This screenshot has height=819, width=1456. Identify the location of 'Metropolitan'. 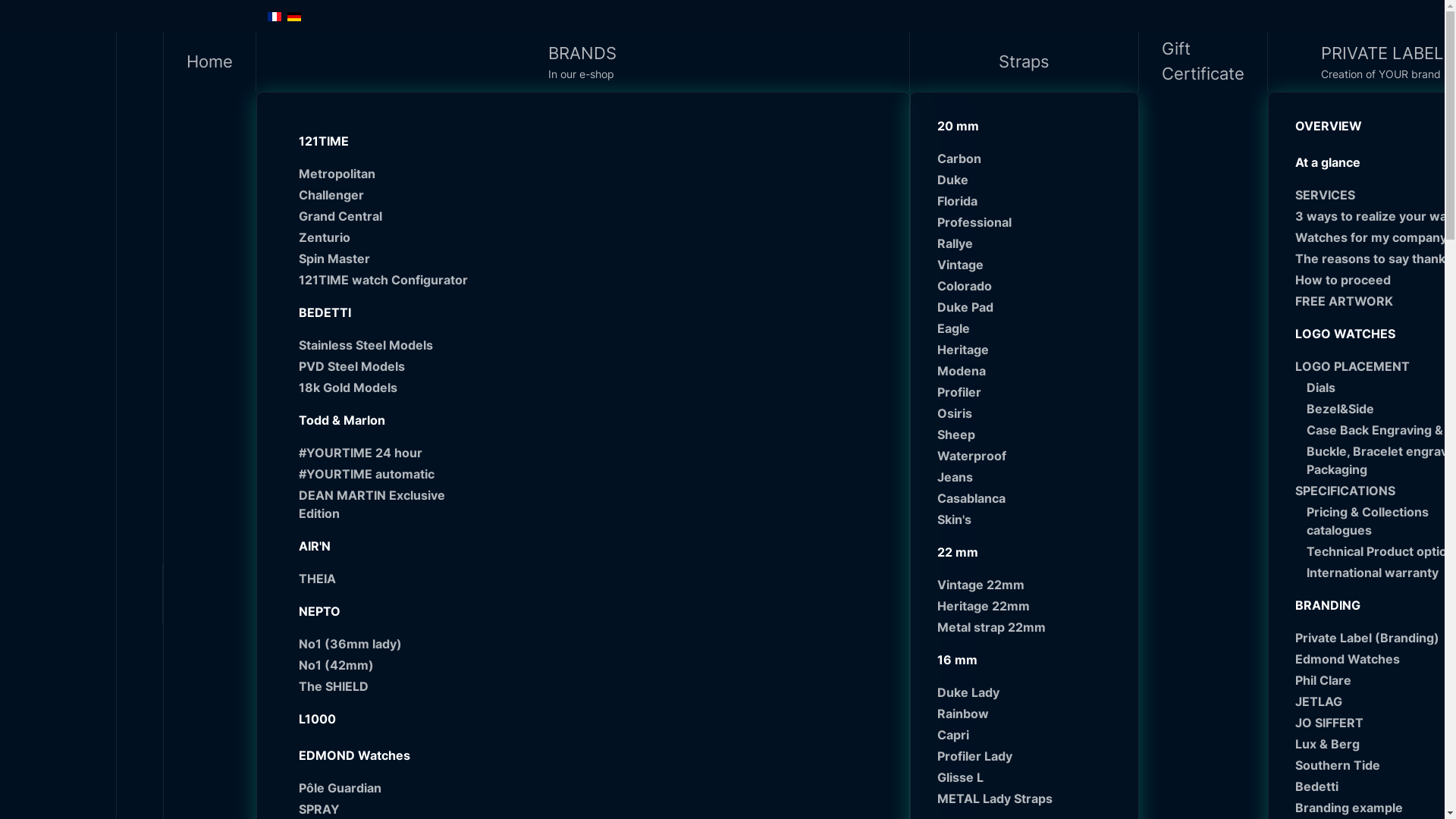
(384, 172).